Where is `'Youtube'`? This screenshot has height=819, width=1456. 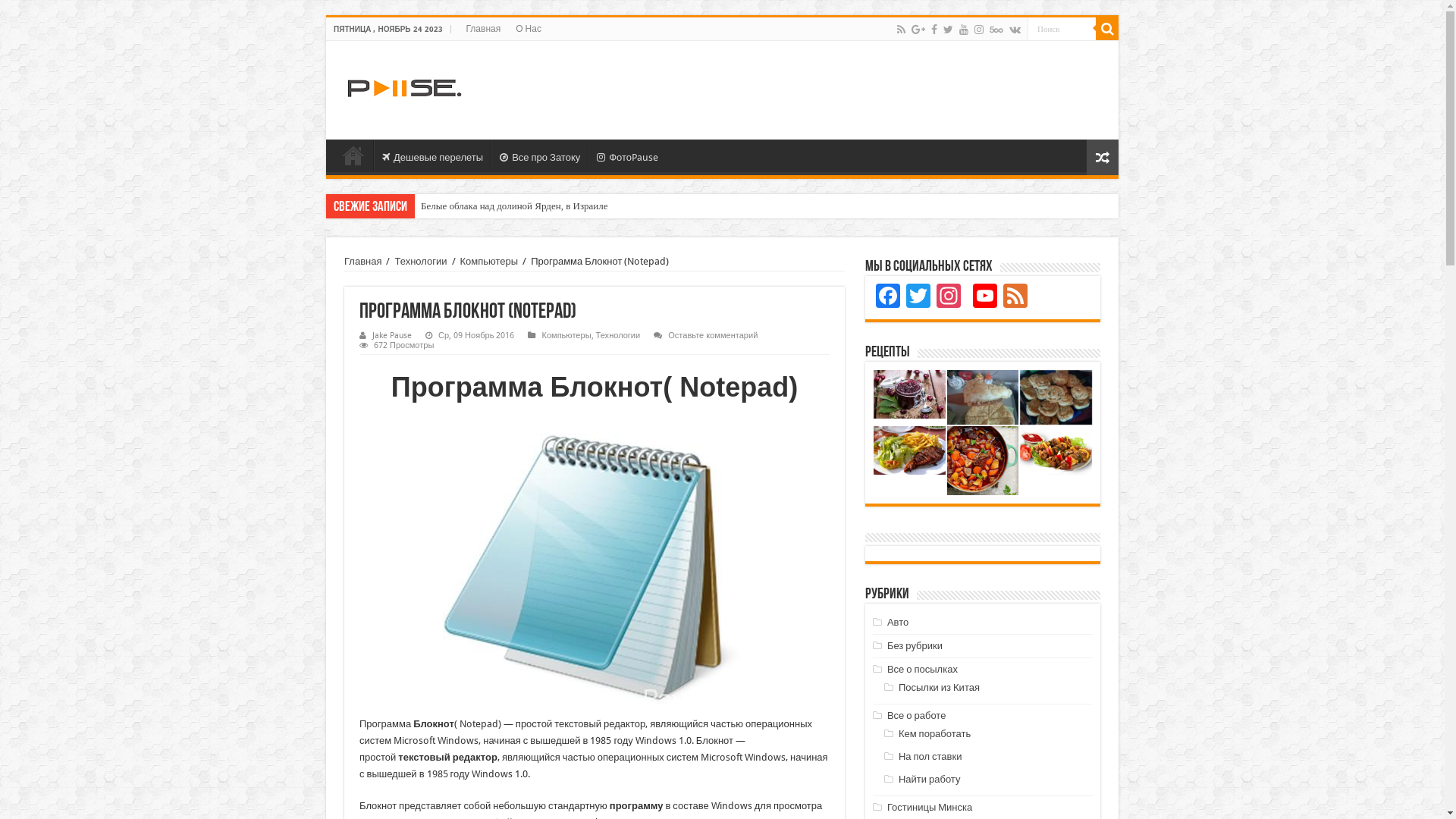 'Youtube' is located at coordinates (963, 29).